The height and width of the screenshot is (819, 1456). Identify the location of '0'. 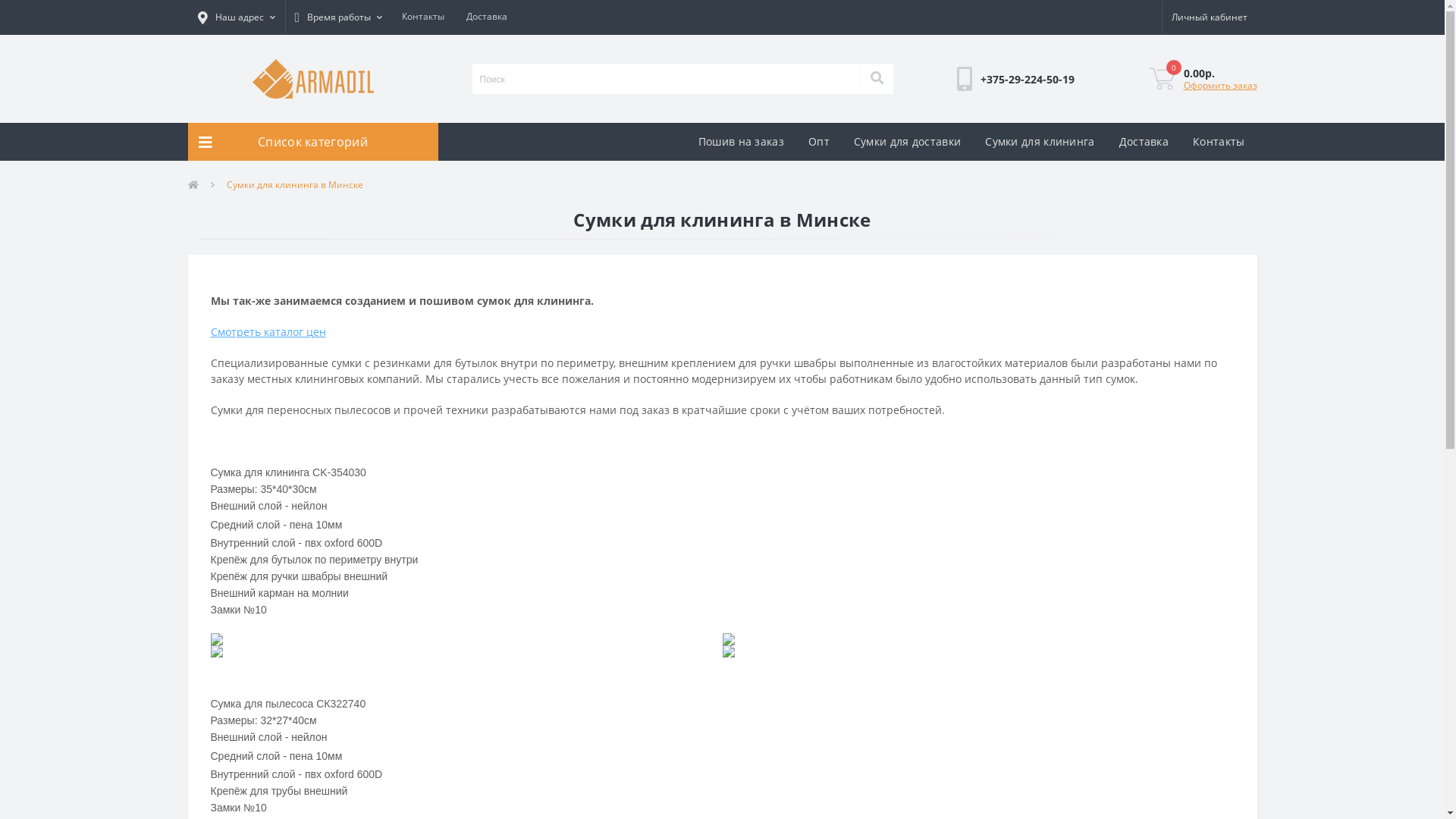
(1147, 79).